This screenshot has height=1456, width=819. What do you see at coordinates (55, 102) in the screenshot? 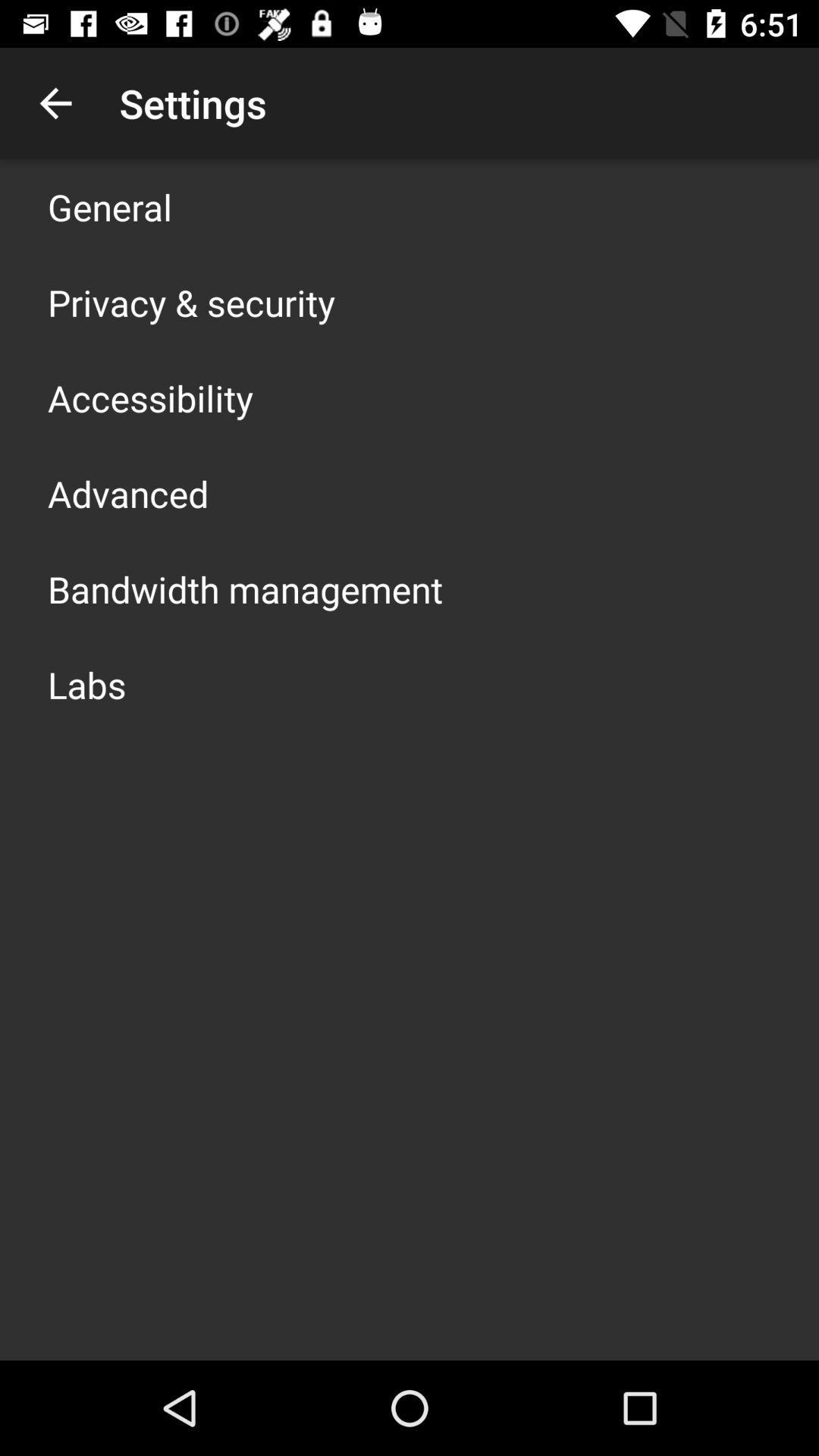
I see `the icon to the left of the settings` at bounding box center [55, 102].